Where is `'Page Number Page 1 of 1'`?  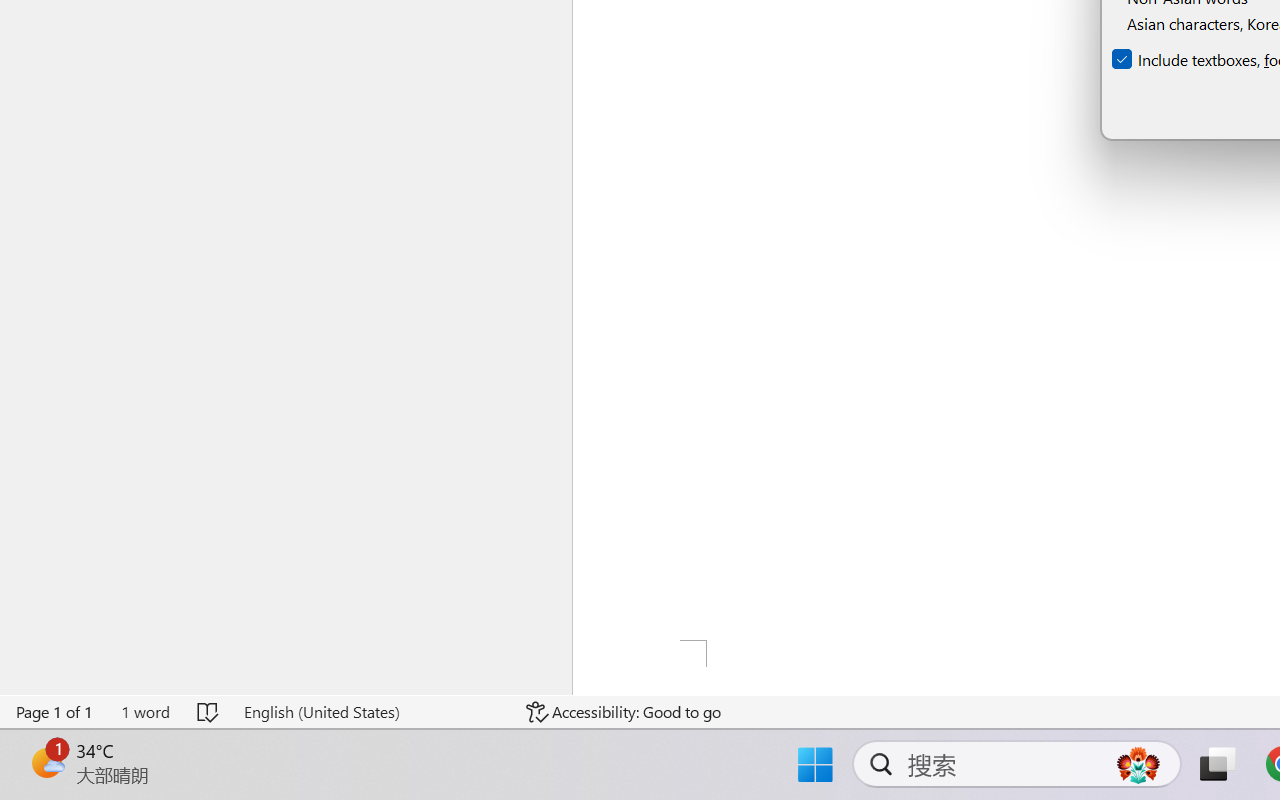 'Page Number Page 1 of 1' is located at coordinates (55, 711).